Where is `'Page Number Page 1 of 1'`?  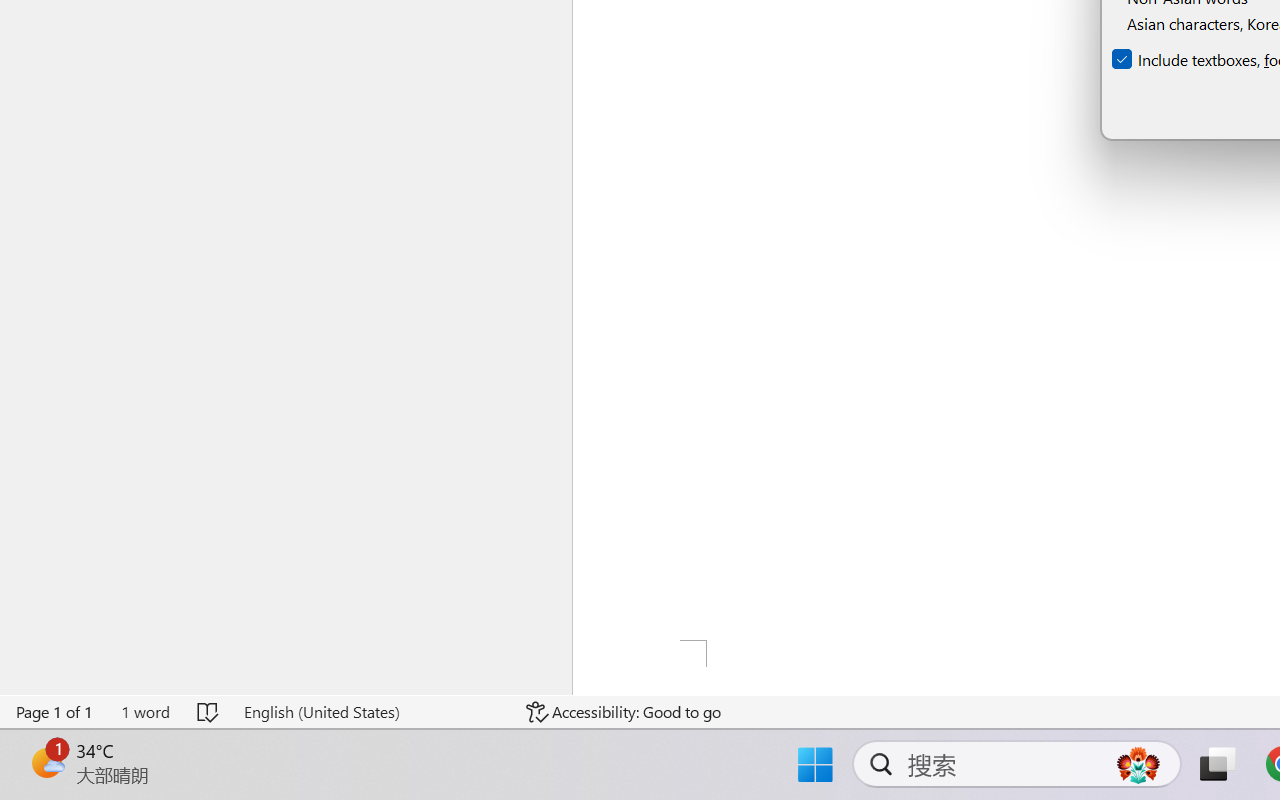 'Page Number Page 1 of 1' is located at coordinates (55, 711).